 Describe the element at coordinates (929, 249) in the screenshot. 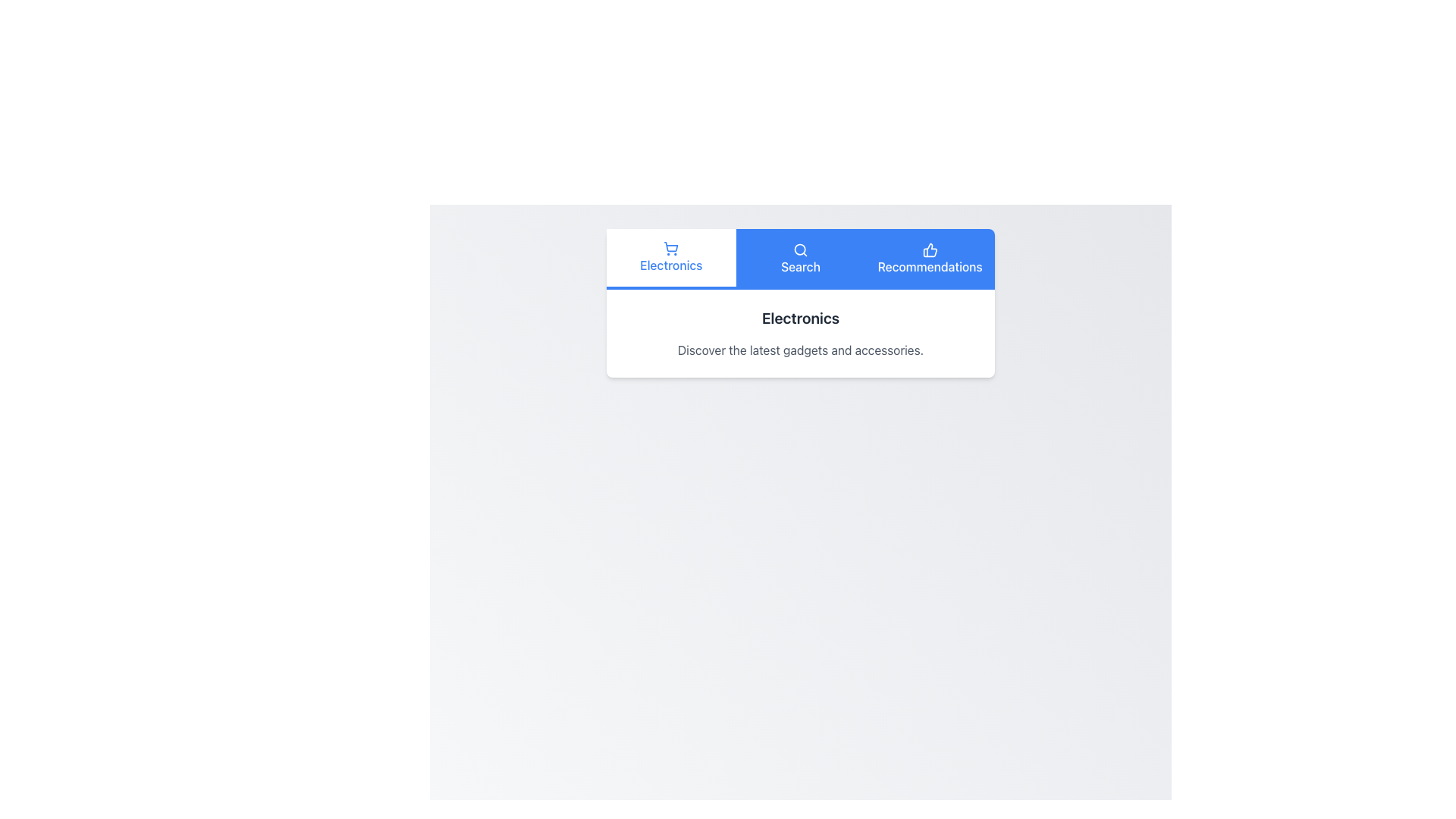

I see `the thumbs-up icon with a blue background located in the 'Recommendations' section of the horizontal navigation bar at the top, positioned above the 'Recommendations' text label` at that location.